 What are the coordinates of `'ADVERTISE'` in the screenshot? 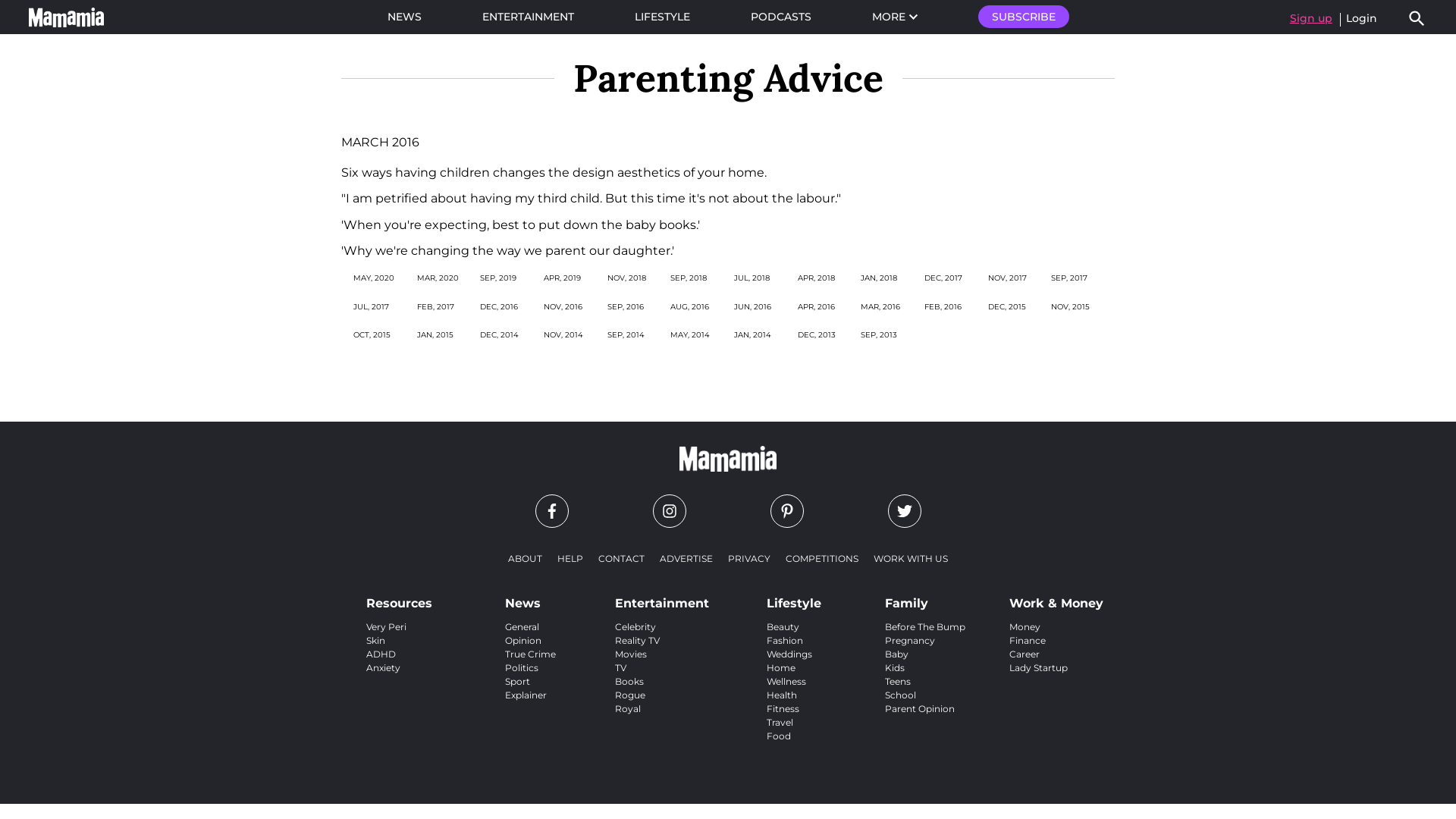 It's located at (686, 558).